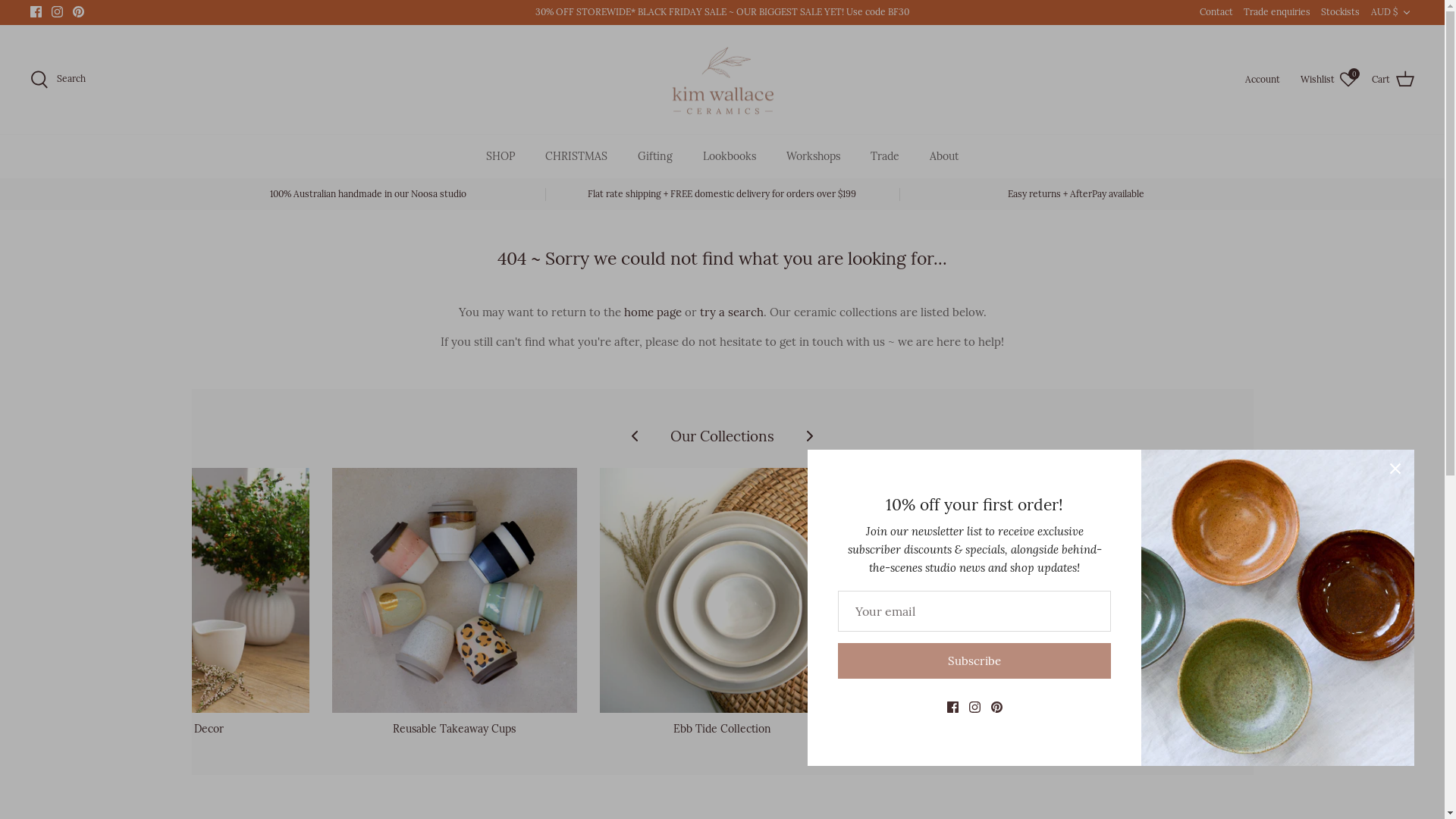 The height and width of the screenshot is (819, 1456). What do you see at coordinates (186, 601) in the screenshot?
I see `'Home & Decor'` at bounding box center [186, 601].